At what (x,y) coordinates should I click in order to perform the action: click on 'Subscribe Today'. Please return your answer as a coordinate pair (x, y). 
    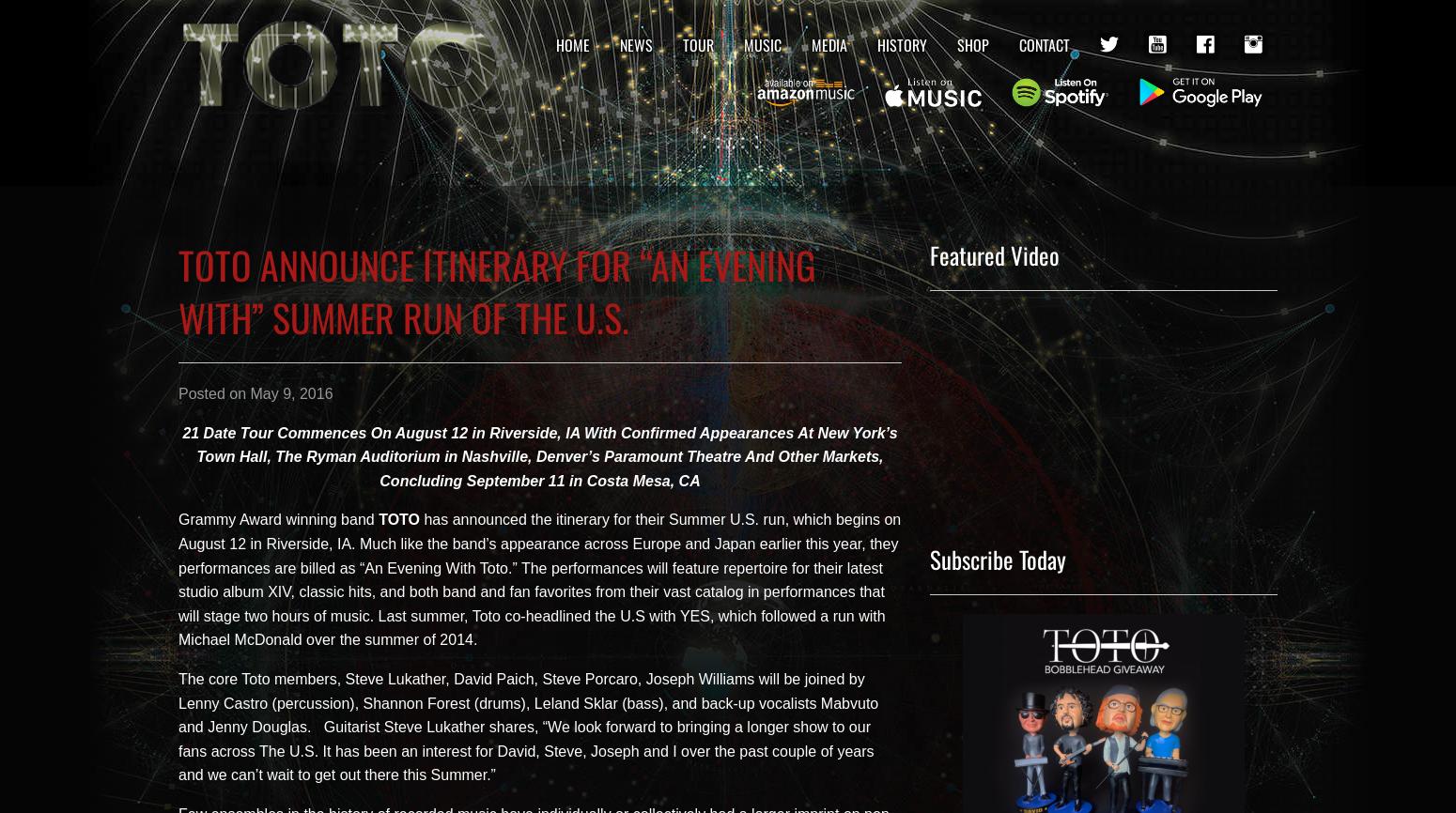
    Looking at the image, I should click on (998, 559).